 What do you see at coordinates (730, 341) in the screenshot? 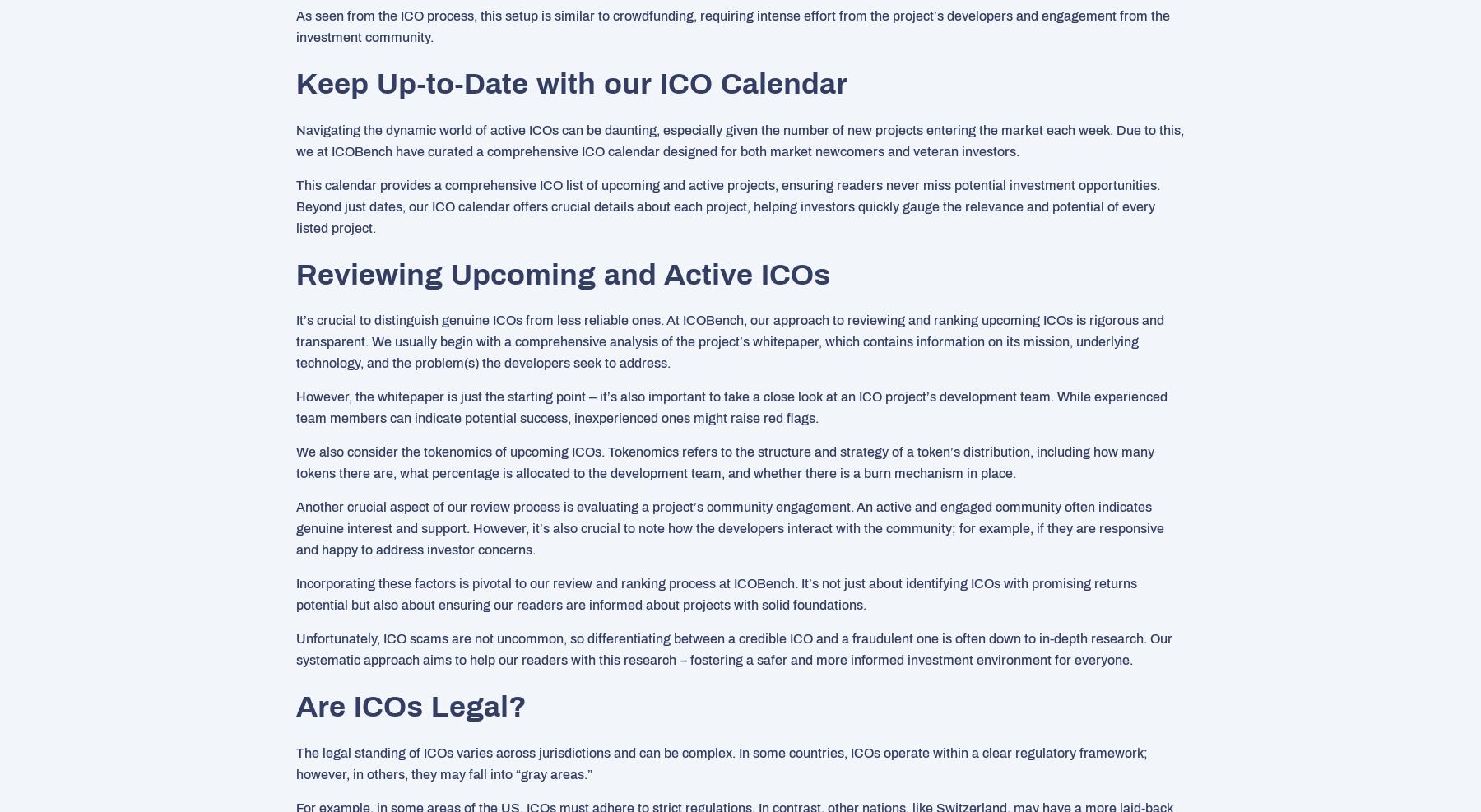
I see `'It’s crucial to distinguish genuine ICOs from less reliable ones. At ICOBench, our approach to reviewing and ranking upcoming ICOs is rigorous and transparent. We usually begin with a comprehensive analysis of the project’s whitepaper, which contains information on its mission, underlying technology, and the problem(s) the developers seek to address.'` at bounding box center [730, 341].